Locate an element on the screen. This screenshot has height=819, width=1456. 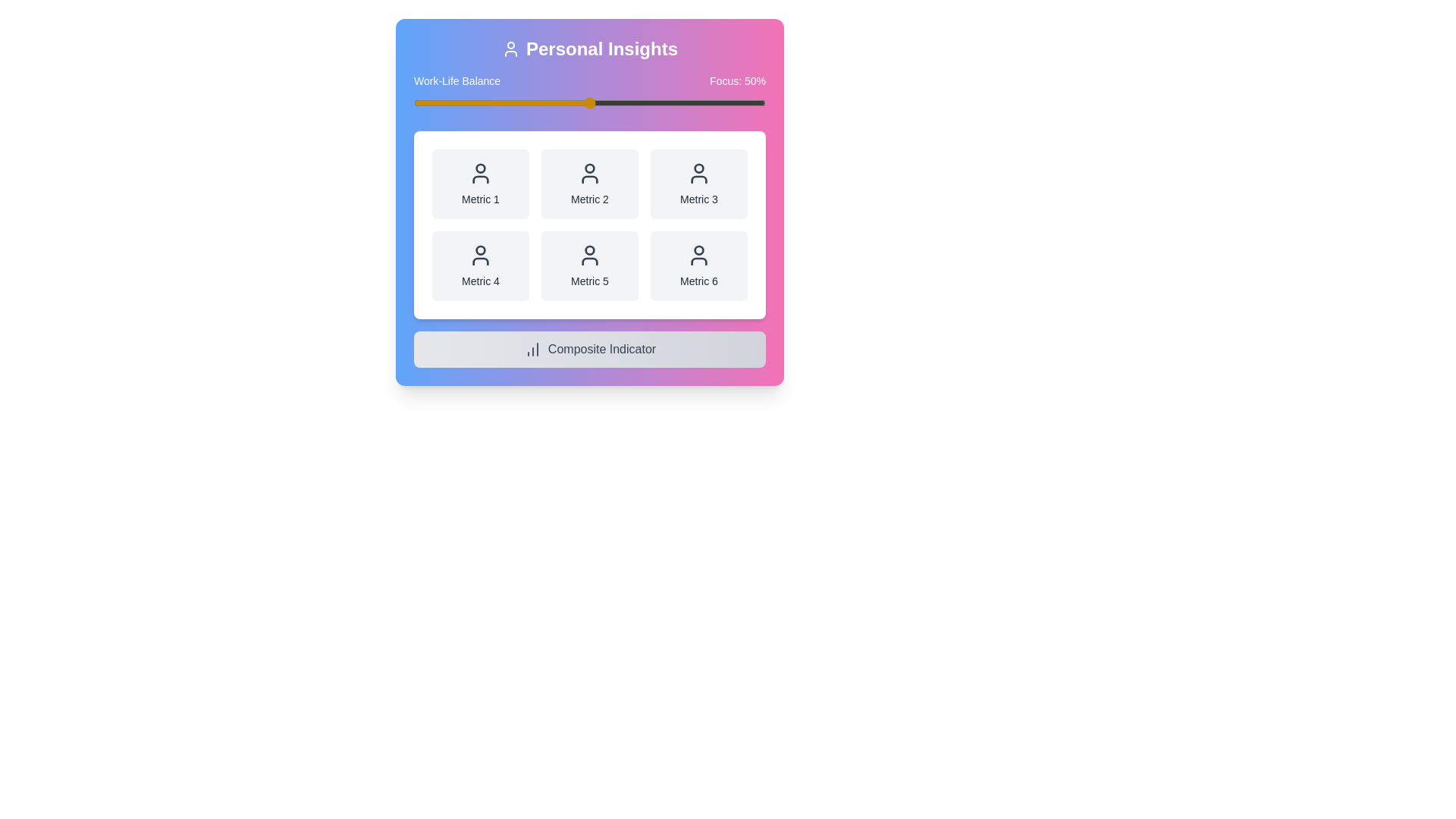
the slider to set the focus percentage to 16 is located at coordinates (469, 102).